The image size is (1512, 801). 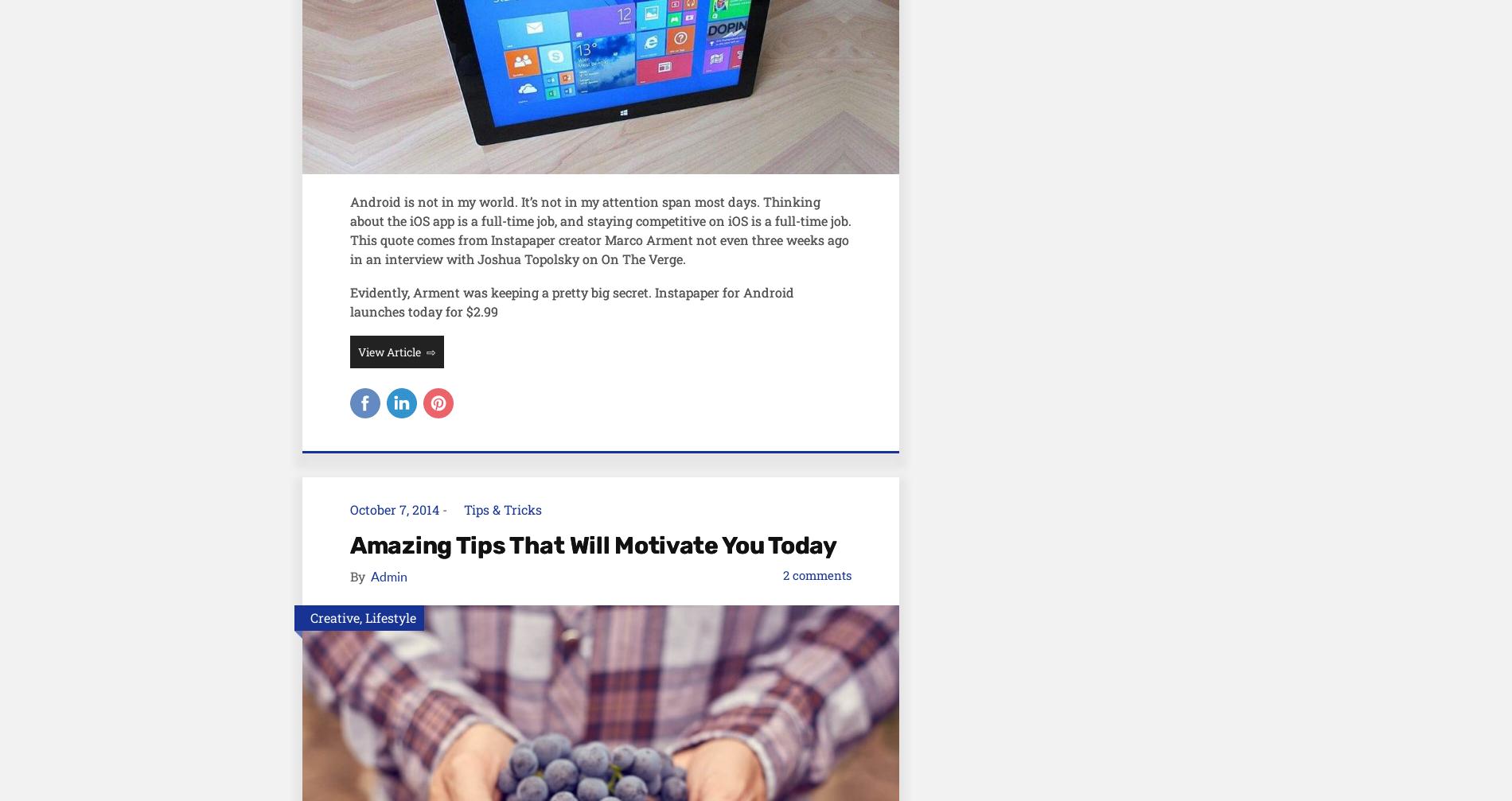 What do you see at coordinates (357, 351) in the screenshot?
I see `'View Article'` at bounding box center [357, 351].